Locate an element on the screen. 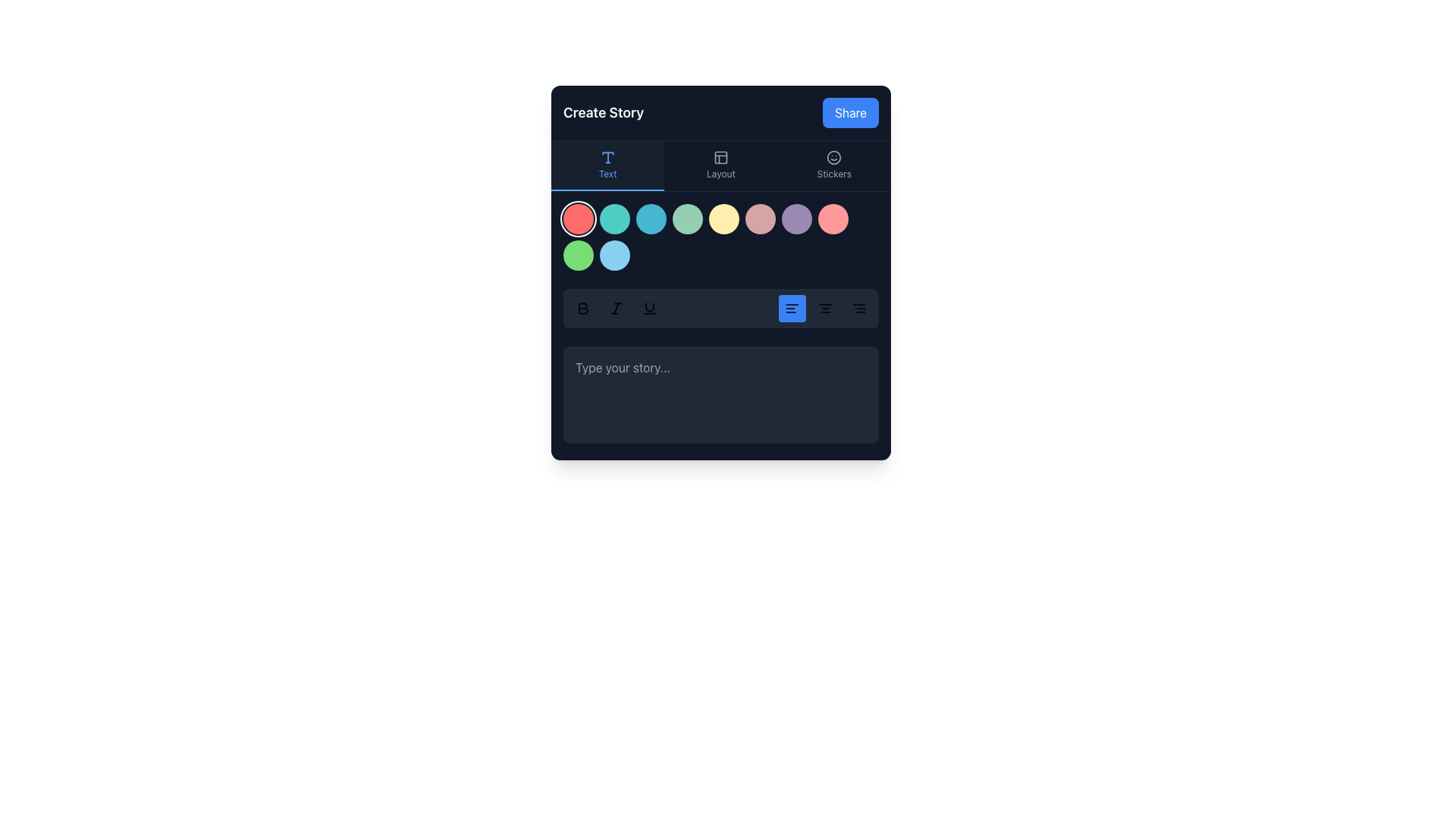 The width and height of the screenshot is (1456, 819). the first icon in the 'Text' tab is located at coordinates (607, 158).